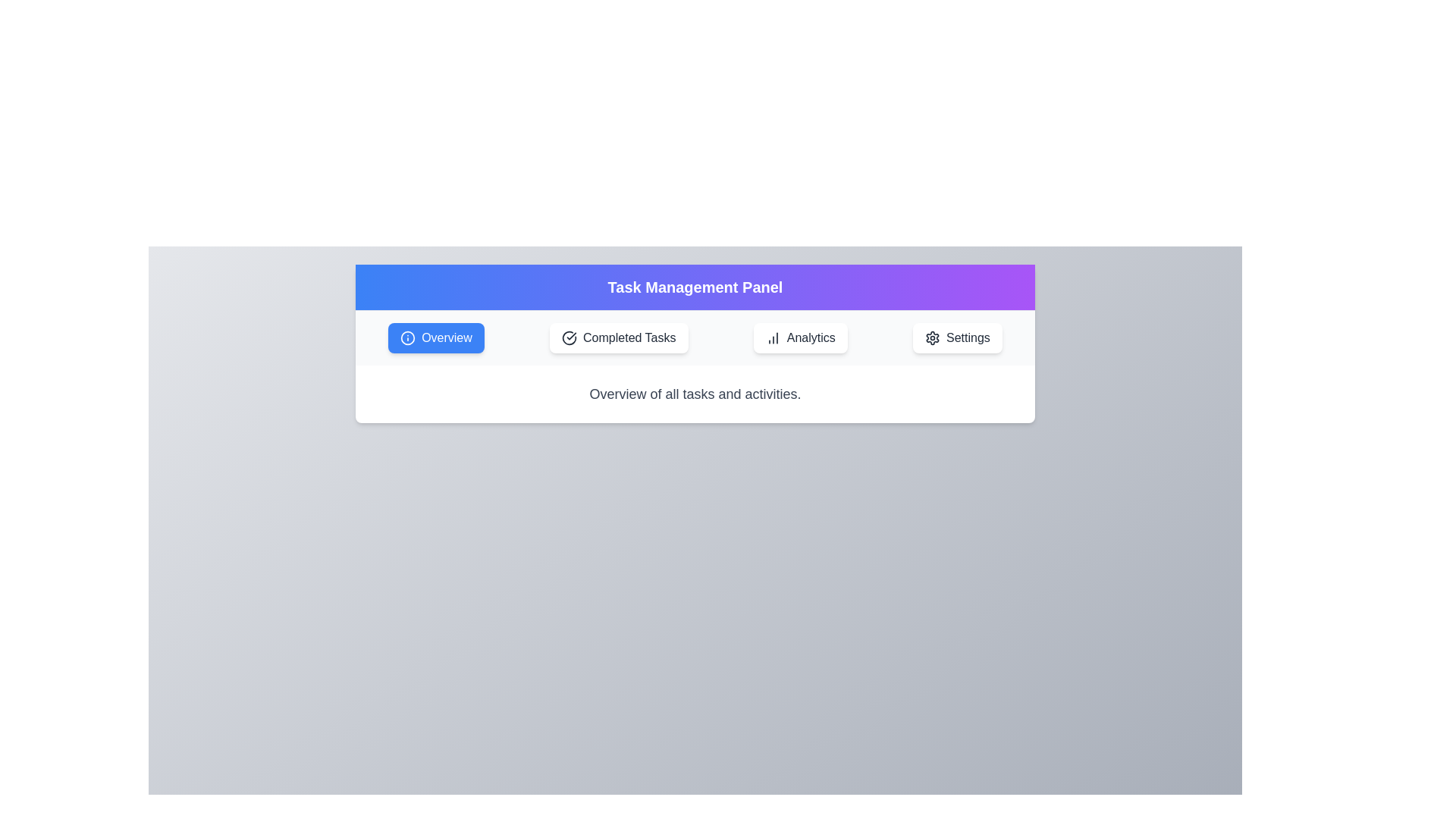 The image size is (1456, 819). What do you see at coordinates (931, 337) in the screenshot?
I see `the gear icon representing settings located in the navigation panel, which is the fourth button from the left among 'Overview', 'Completed Tasks', and 'Analytics'` at bounding box center [931, 337].